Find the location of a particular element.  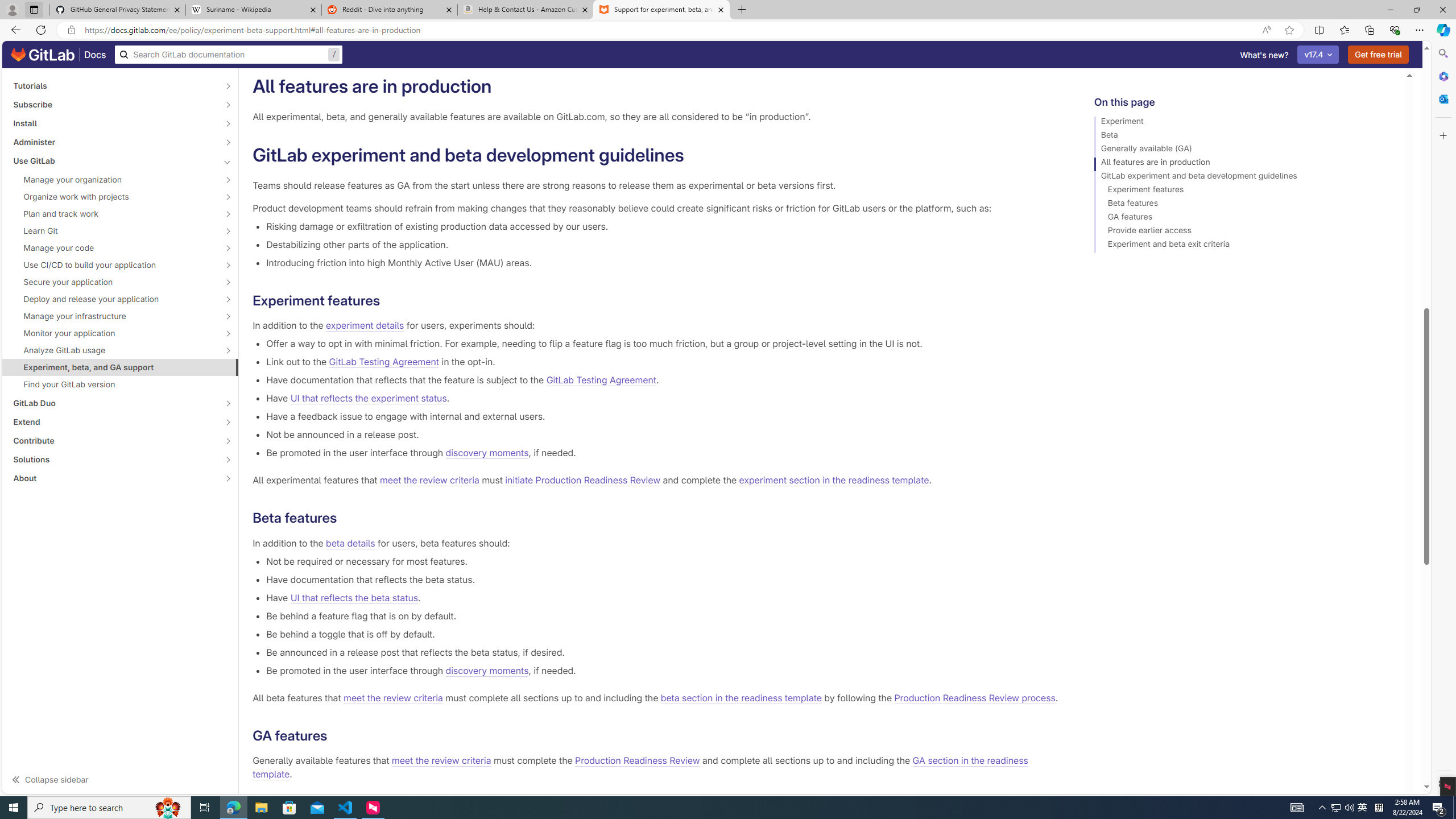

'Get free trial' is located at coordinates (1379, 54).